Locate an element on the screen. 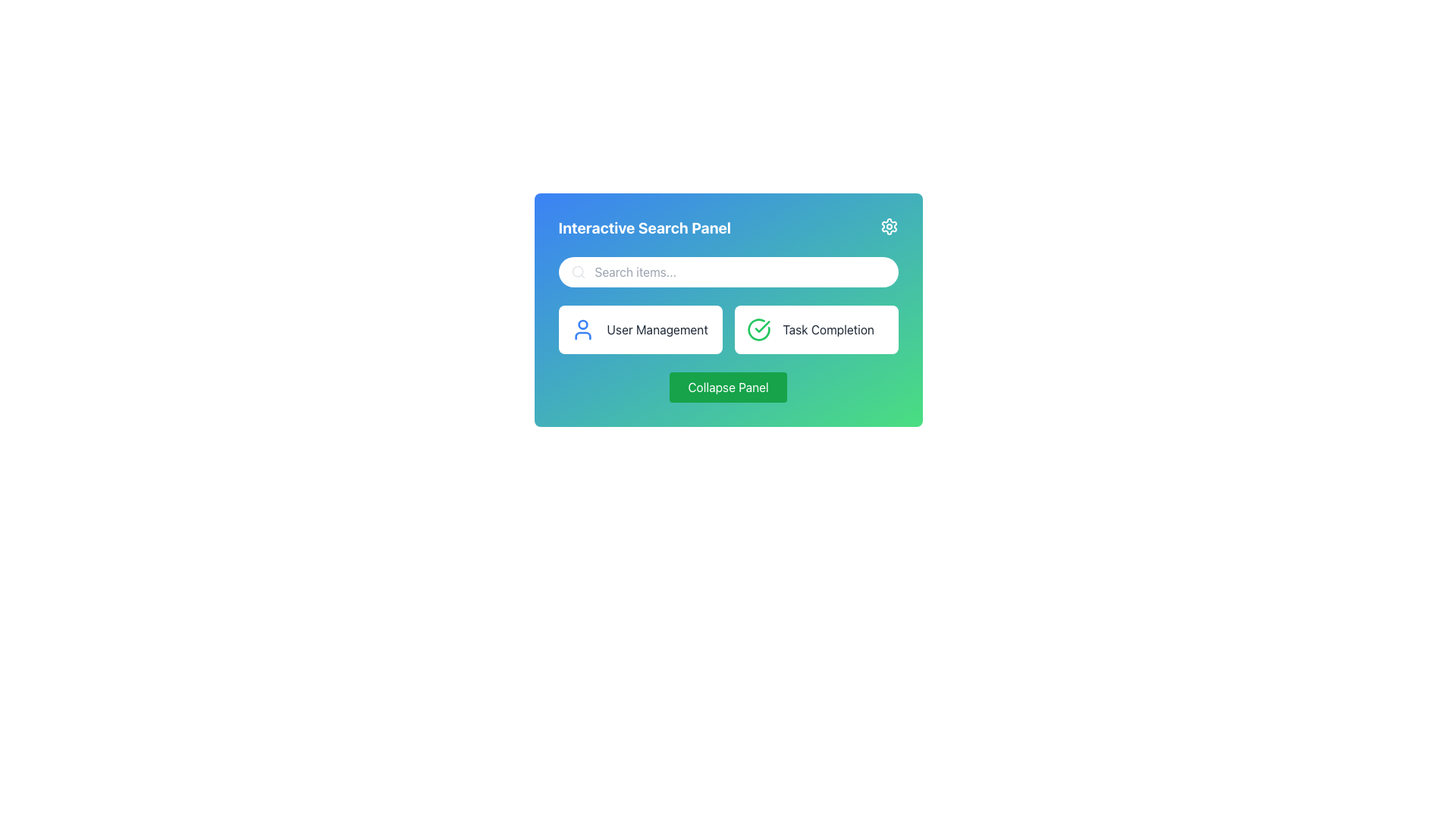 This screenshot has height=819, width=1456. the 'User Management' and 'Task Completion' sections of the 'Interactive Search Panel' is located at coordinates (728, 309).